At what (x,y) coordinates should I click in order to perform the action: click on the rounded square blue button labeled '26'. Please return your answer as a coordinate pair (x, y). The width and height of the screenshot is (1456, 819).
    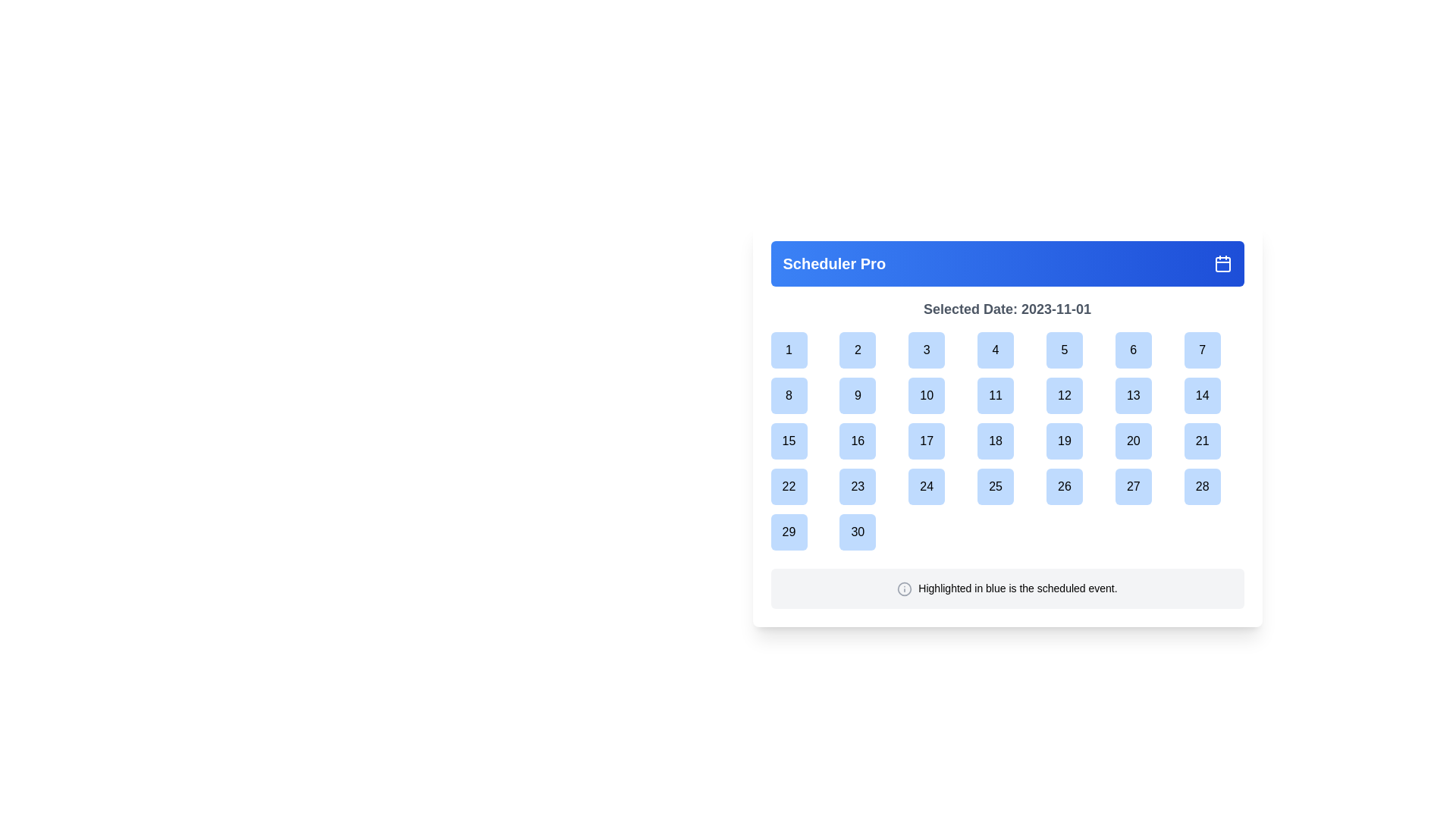
    Looking at the image, I should click on (1063, 486).